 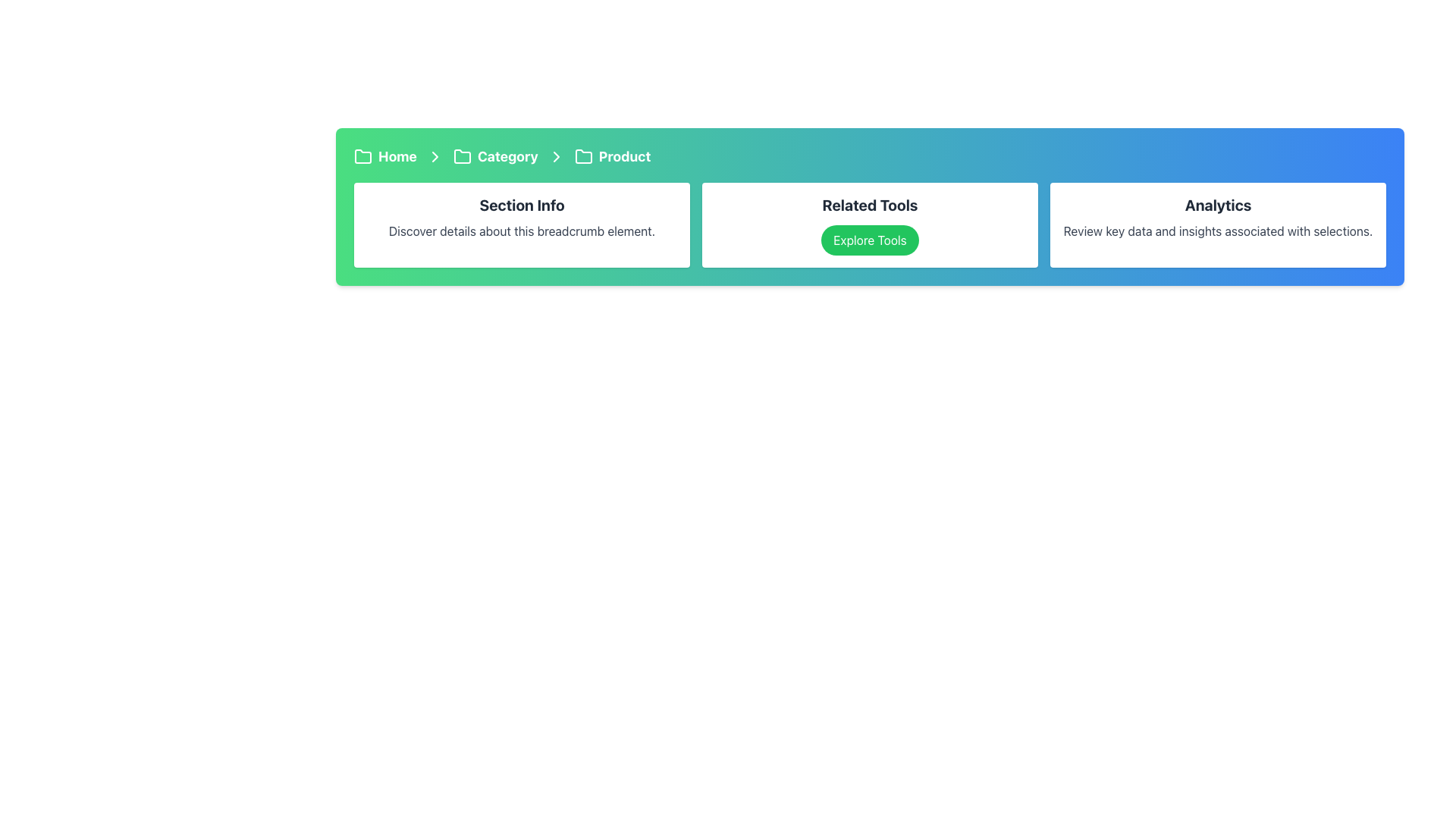 What do you see at coordinates (434, 157) in the screenshot?
I see `the chevron arrow icon in the breadcrumb navigation bar, which visually separates the 'Home' and 'Category' labels, located at the upper section of the interface` at bounding box center [434, 157].